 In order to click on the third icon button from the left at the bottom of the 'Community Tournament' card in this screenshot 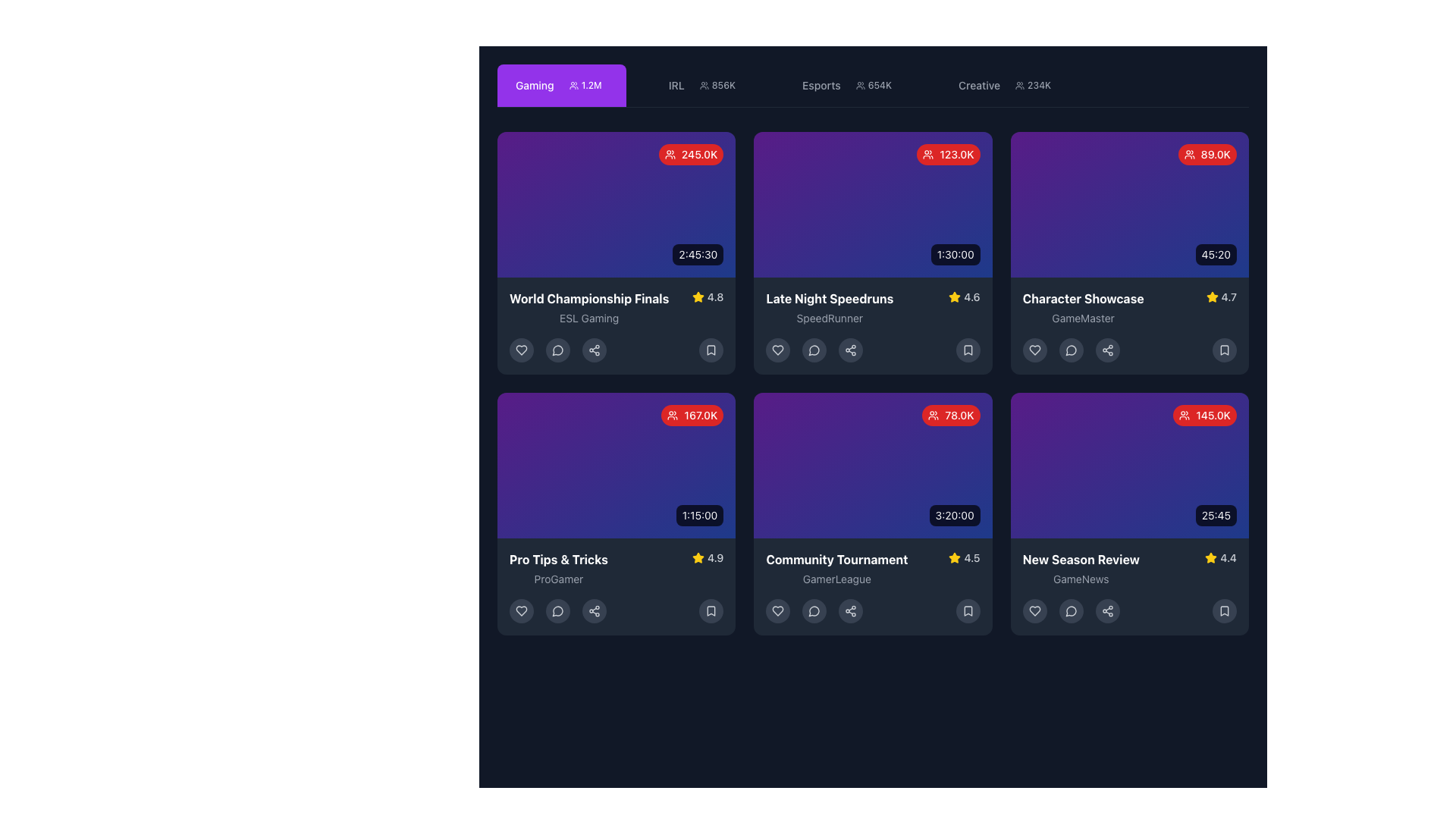, I will do `click(814, 610)`.